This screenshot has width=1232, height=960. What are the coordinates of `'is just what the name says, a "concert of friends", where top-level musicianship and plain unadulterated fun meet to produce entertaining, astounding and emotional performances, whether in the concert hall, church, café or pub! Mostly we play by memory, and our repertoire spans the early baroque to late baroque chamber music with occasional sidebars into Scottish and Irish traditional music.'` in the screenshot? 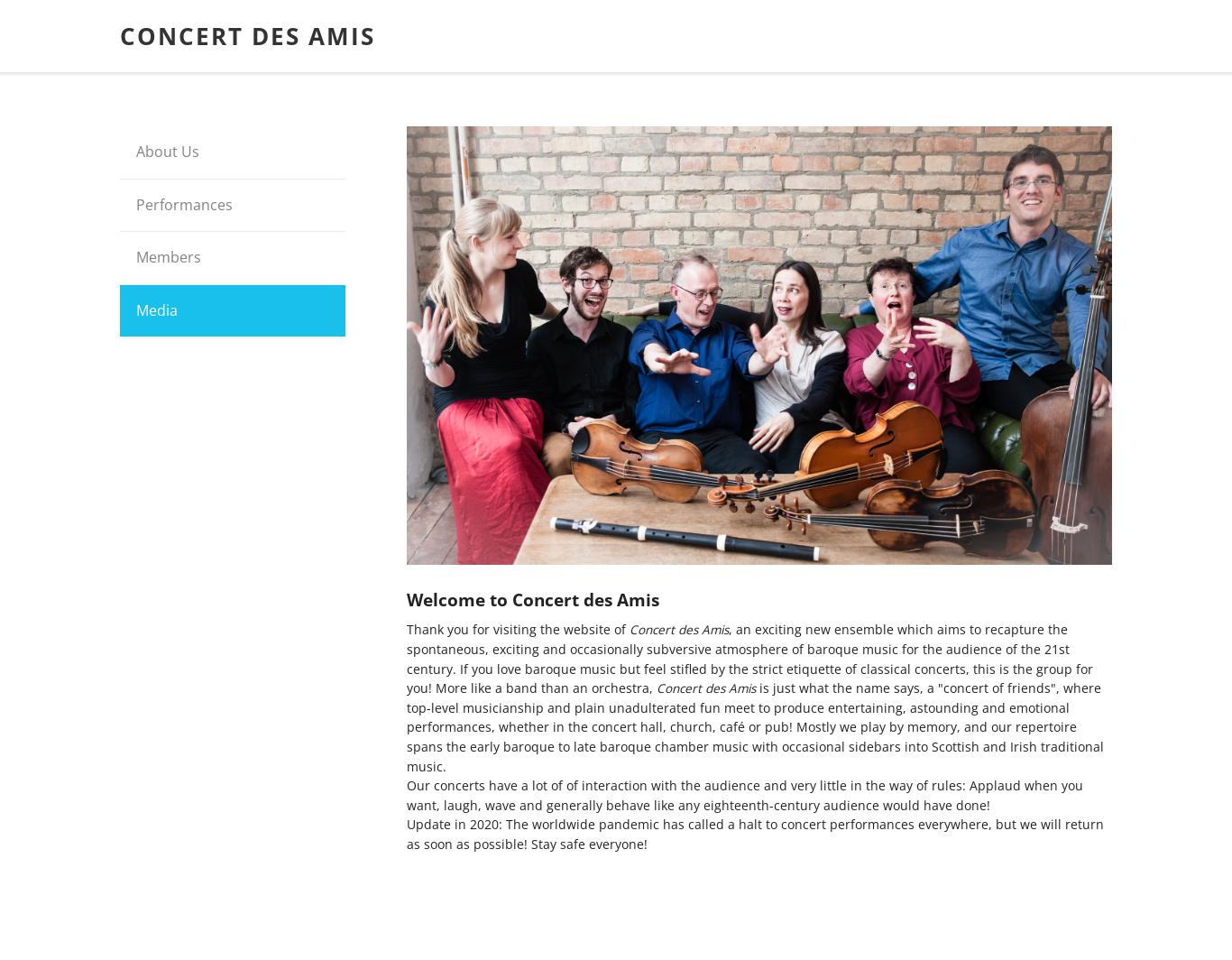 It's located at (754, 726).